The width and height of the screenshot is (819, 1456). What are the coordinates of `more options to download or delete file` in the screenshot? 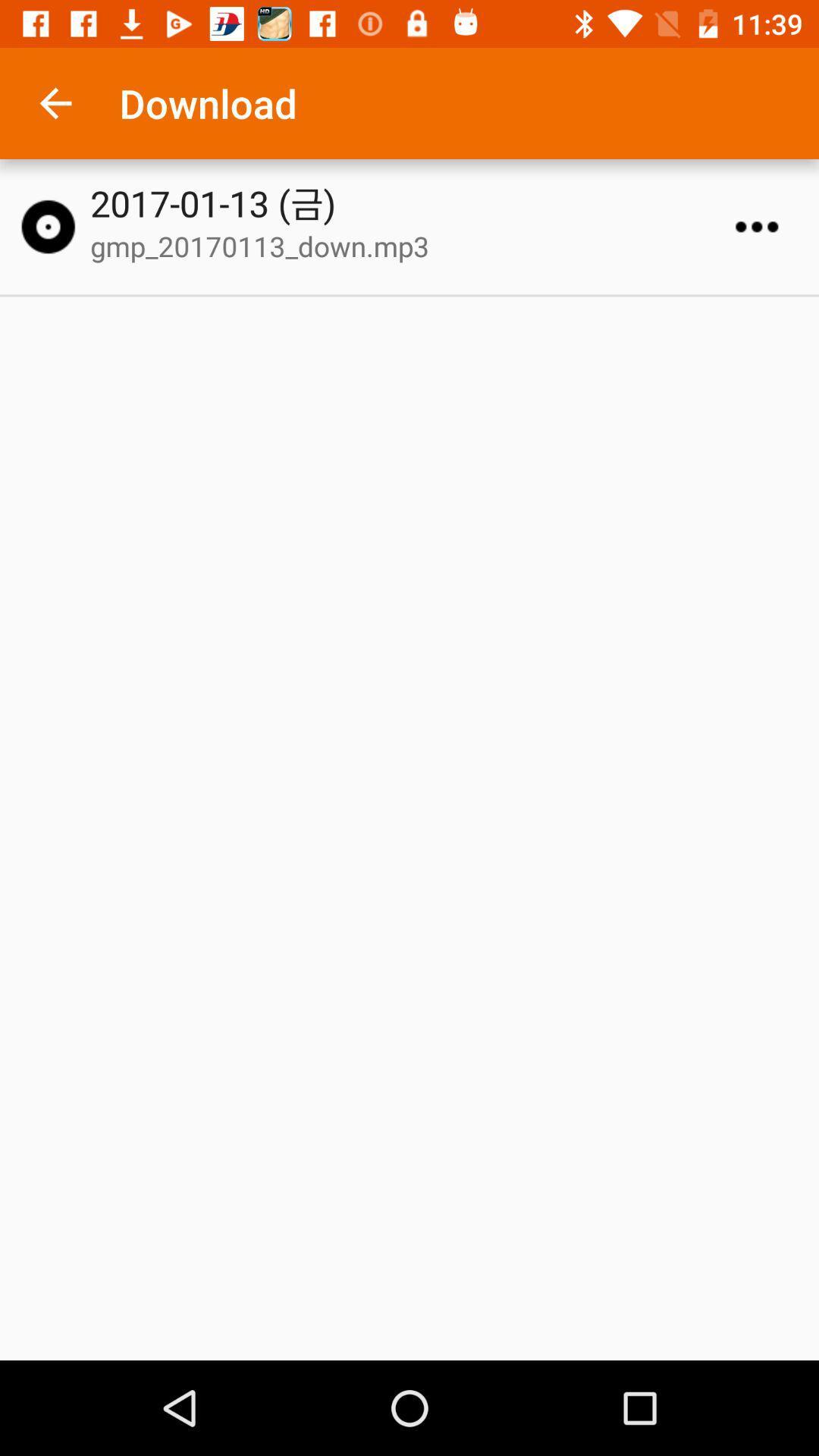 It's located at (757, 226).